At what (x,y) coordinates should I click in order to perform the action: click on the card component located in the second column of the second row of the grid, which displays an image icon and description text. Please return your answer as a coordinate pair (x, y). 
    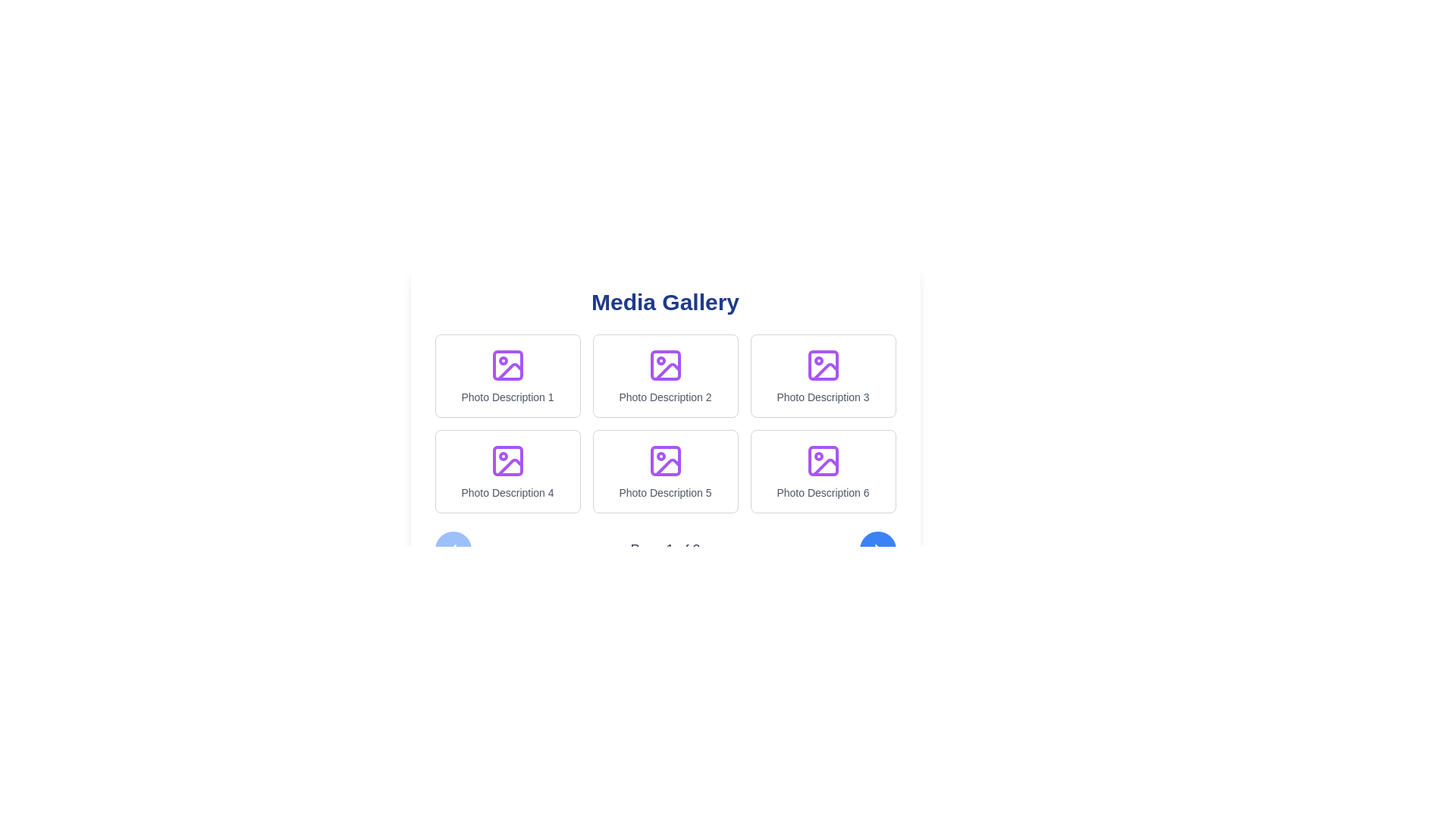
    Looking at the image, I should click on (665, 470).